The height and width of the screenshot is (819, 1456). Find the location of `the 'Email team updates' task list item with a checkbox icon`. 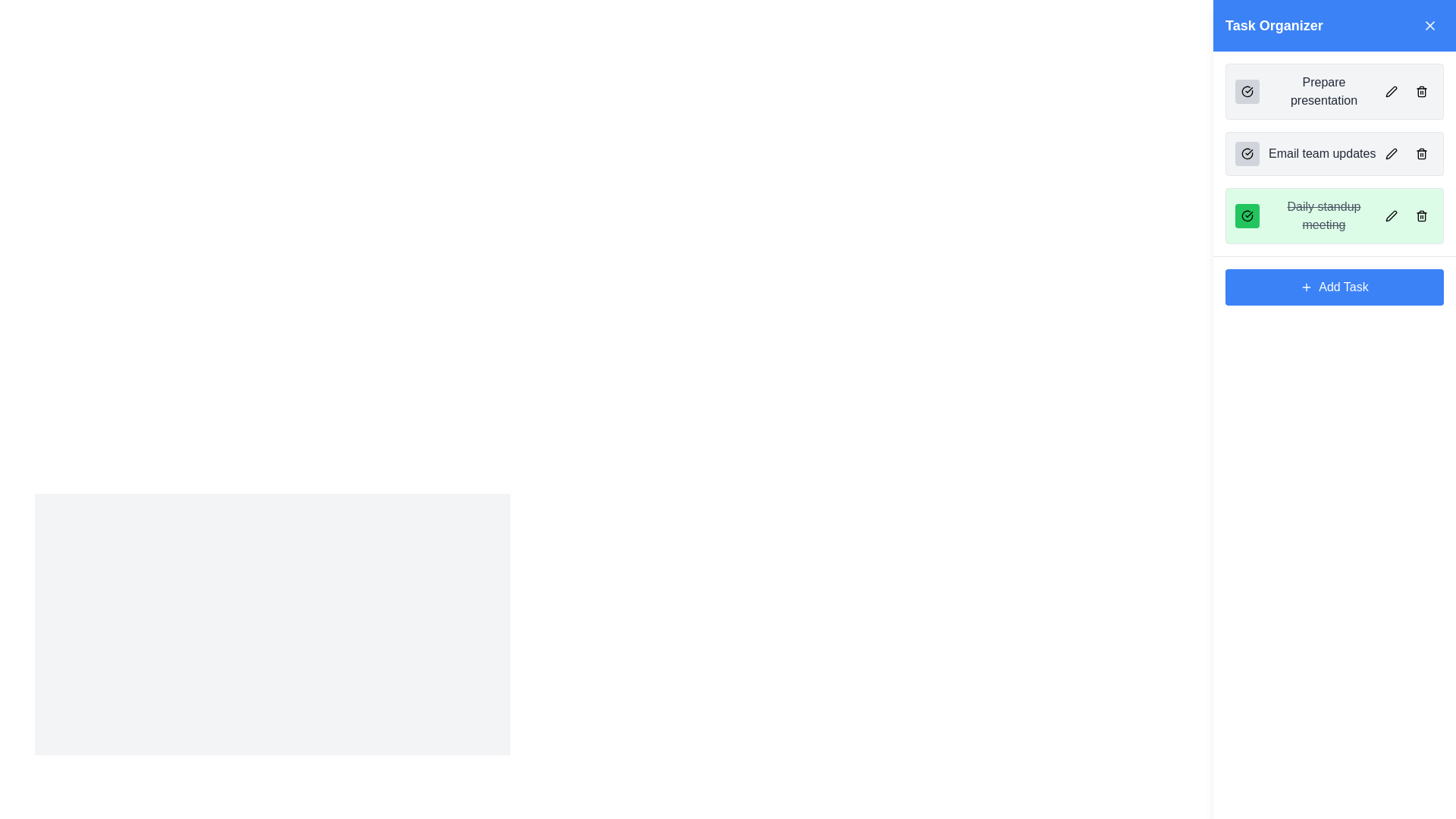

the 'Email team updates' task list item with a checkbox icon is located at coordinates (1304, 154).